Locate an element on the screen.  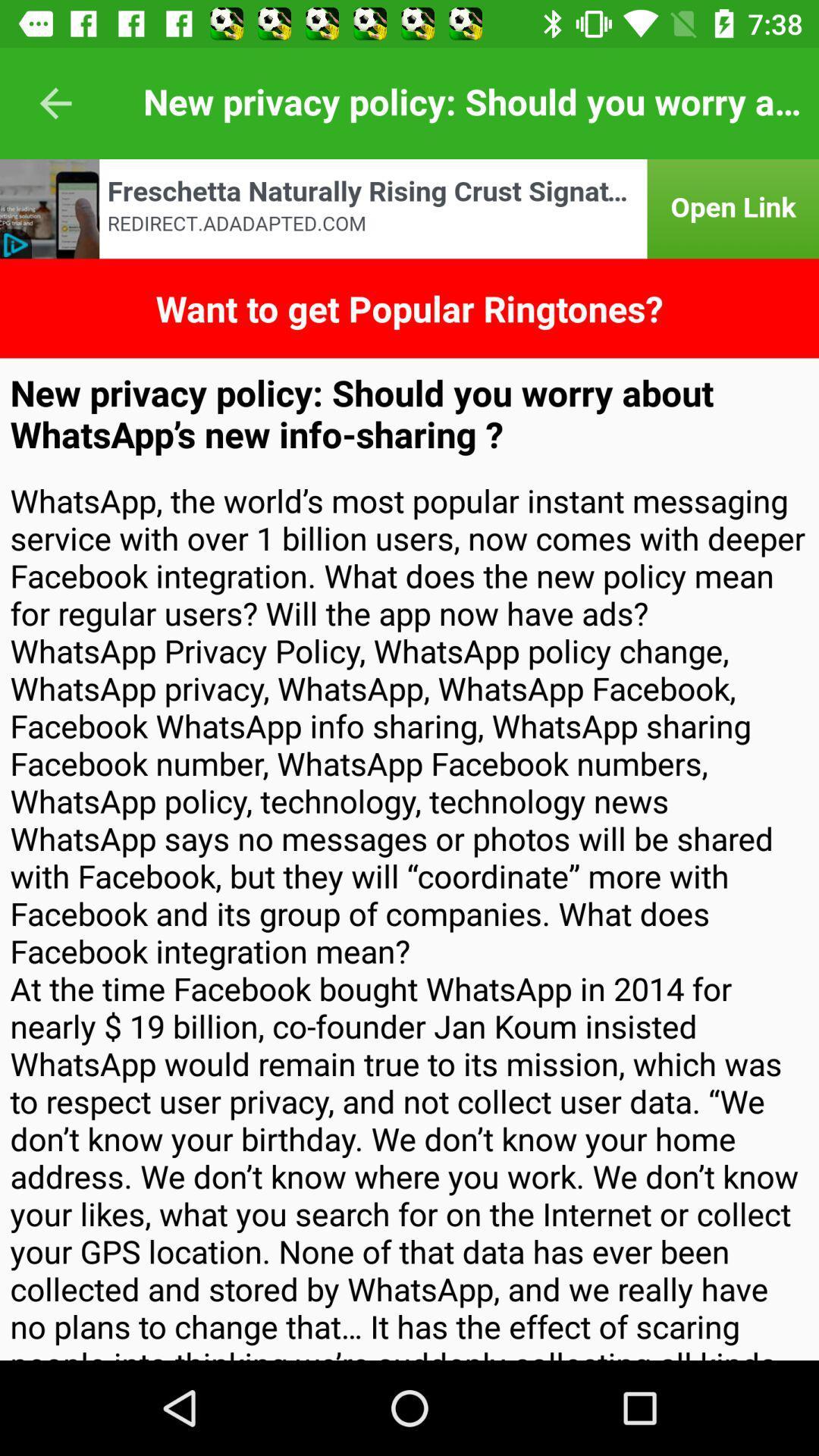
search bar is located at coordinates (409, 208).